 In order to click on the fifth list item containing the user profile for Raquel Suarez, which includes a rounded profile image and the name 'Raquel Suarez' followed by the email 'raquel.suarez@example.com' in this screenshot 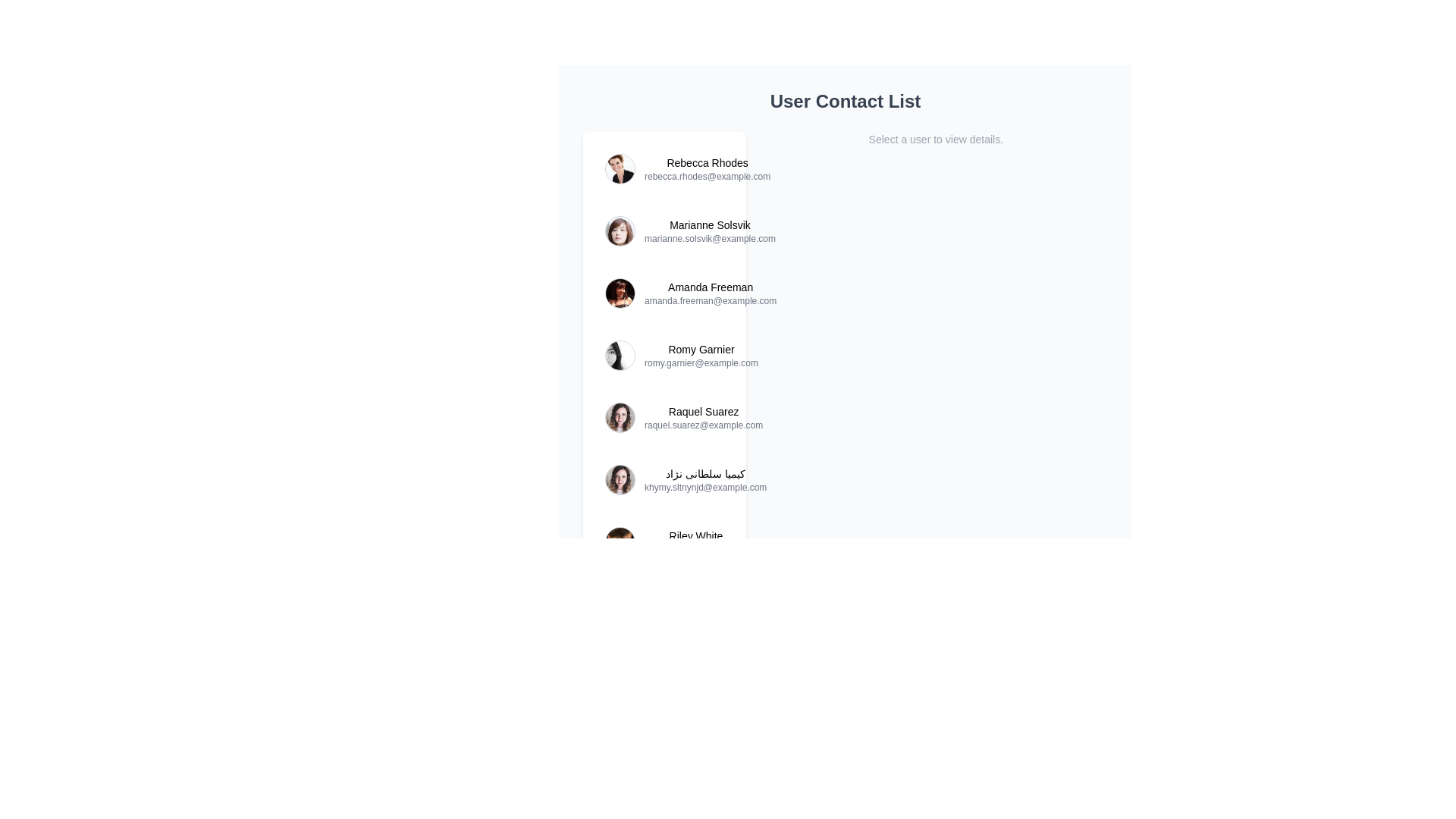, I will do `click(664, 418)`.